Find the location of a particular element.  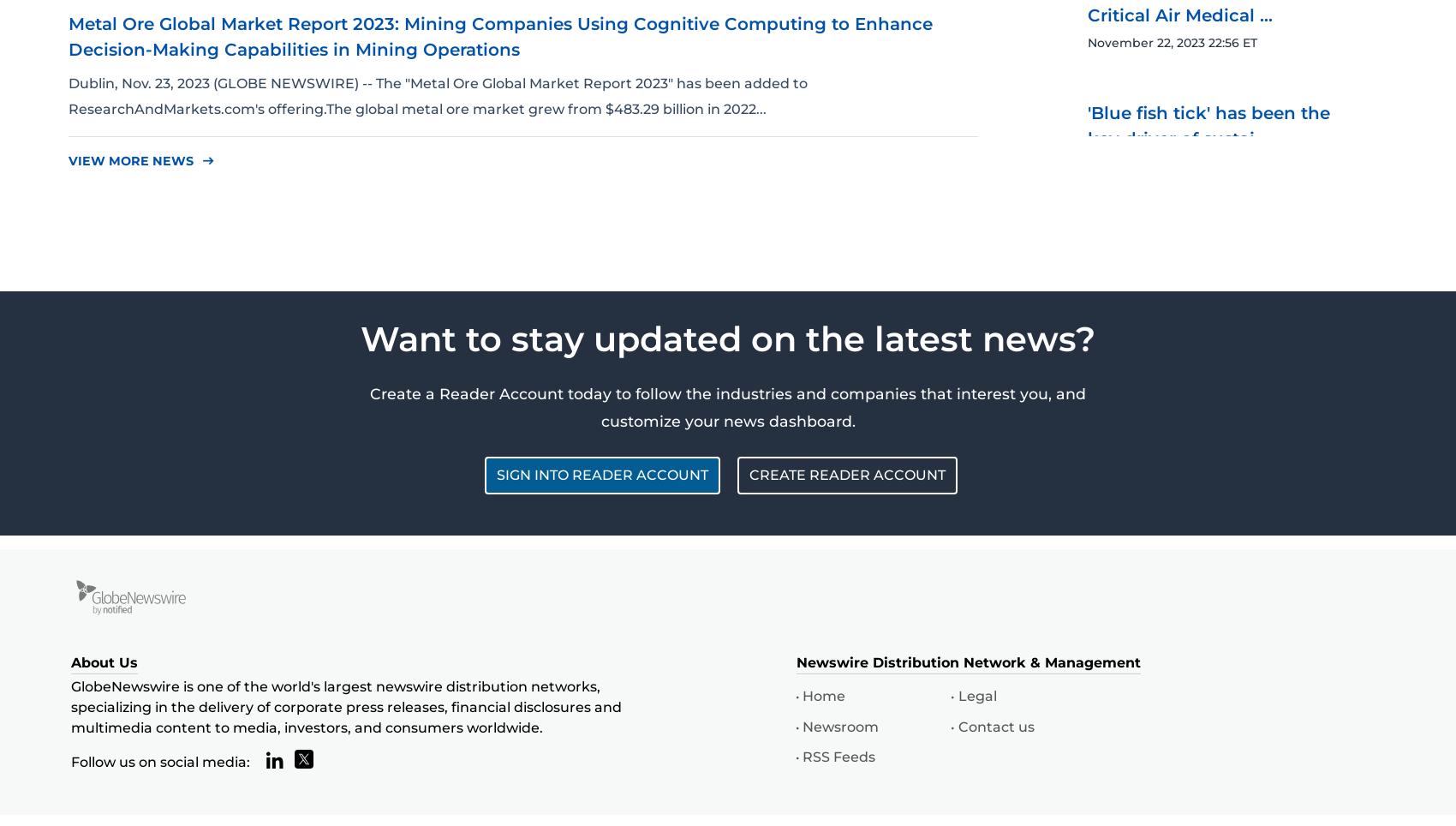

'CREATE READER ACCOUNT' is located at coordinates (846, 474).